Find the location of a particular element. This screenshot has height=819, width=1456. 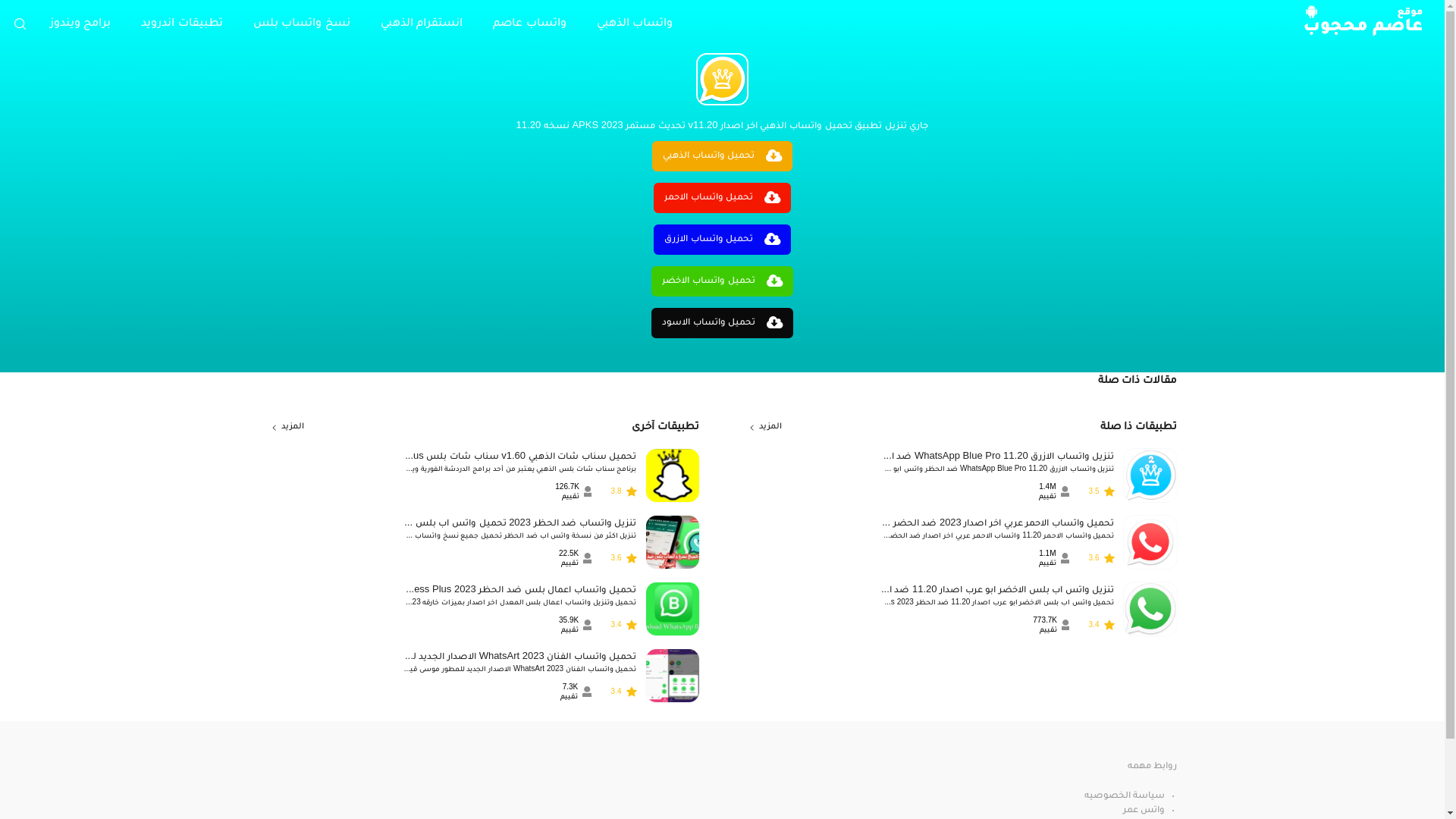

'search button' is located at coordinates (19, 23).